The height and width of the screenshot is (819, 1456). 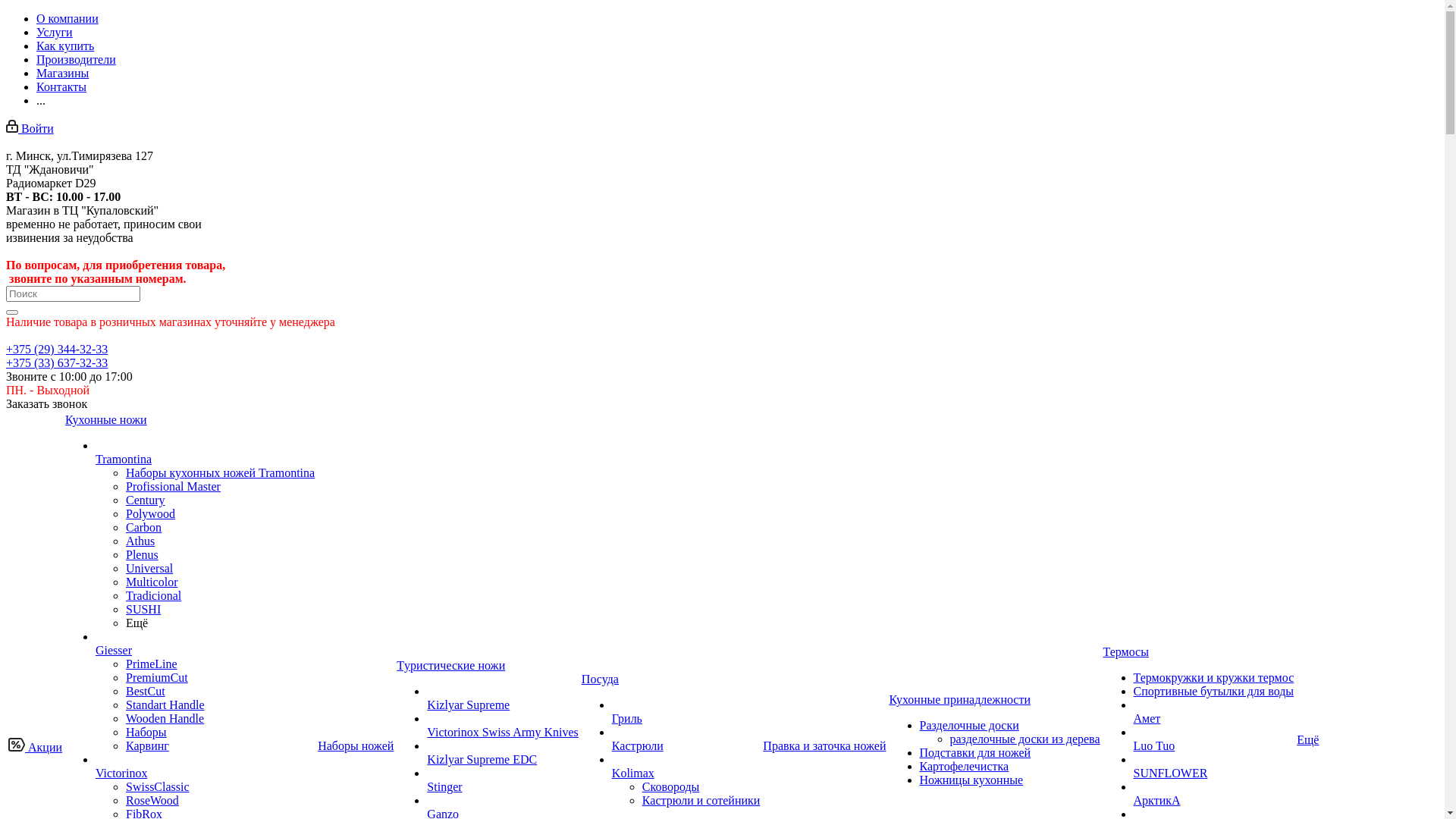 What do you see at coordinates (426, 803) in the screenshot?
I see `'Ganzo'` at bounding box center [426, 803].